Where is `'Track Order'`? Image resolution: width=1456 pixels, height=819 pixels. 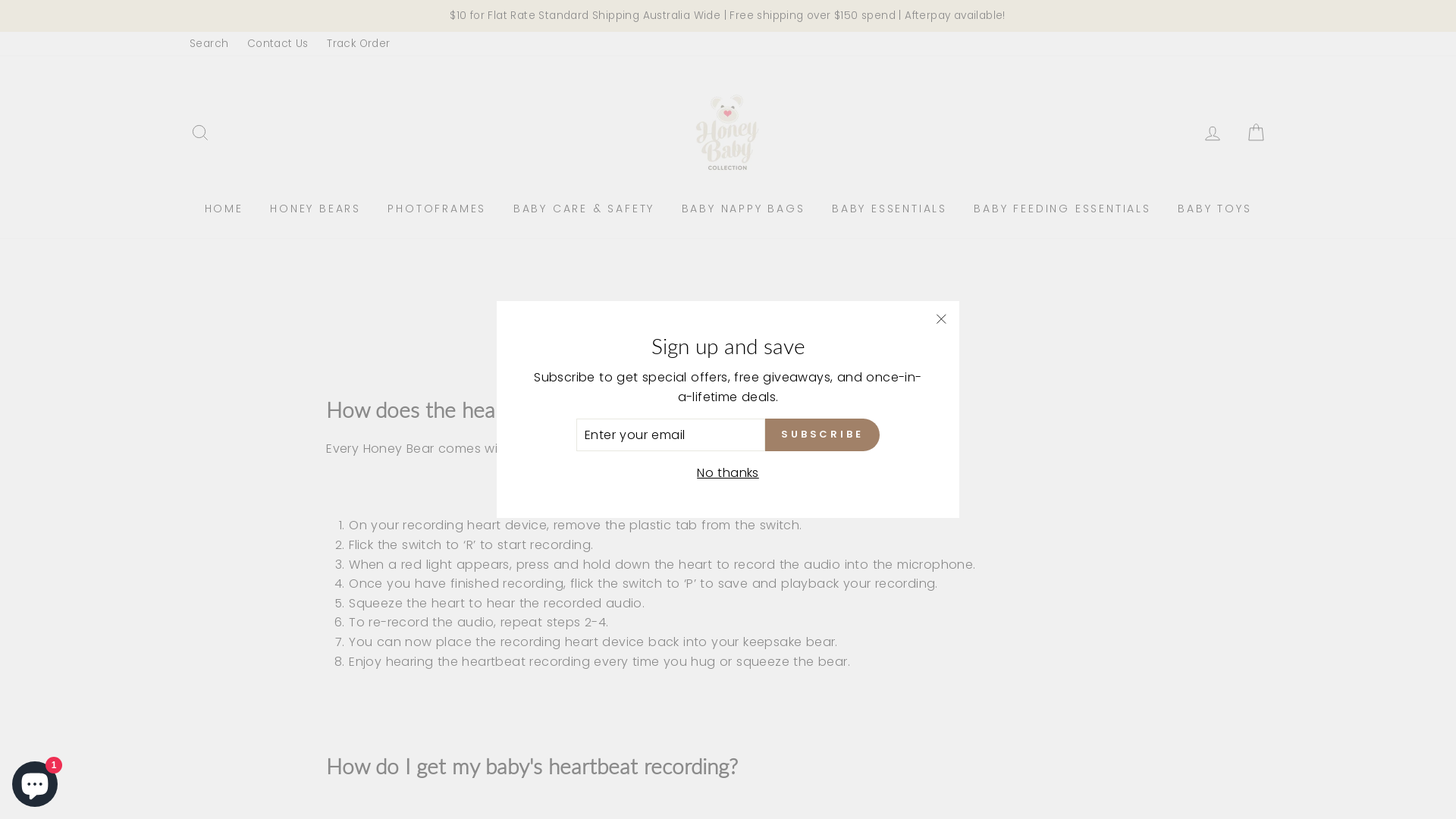 'Track Order' is located at coordinates (318, 42).